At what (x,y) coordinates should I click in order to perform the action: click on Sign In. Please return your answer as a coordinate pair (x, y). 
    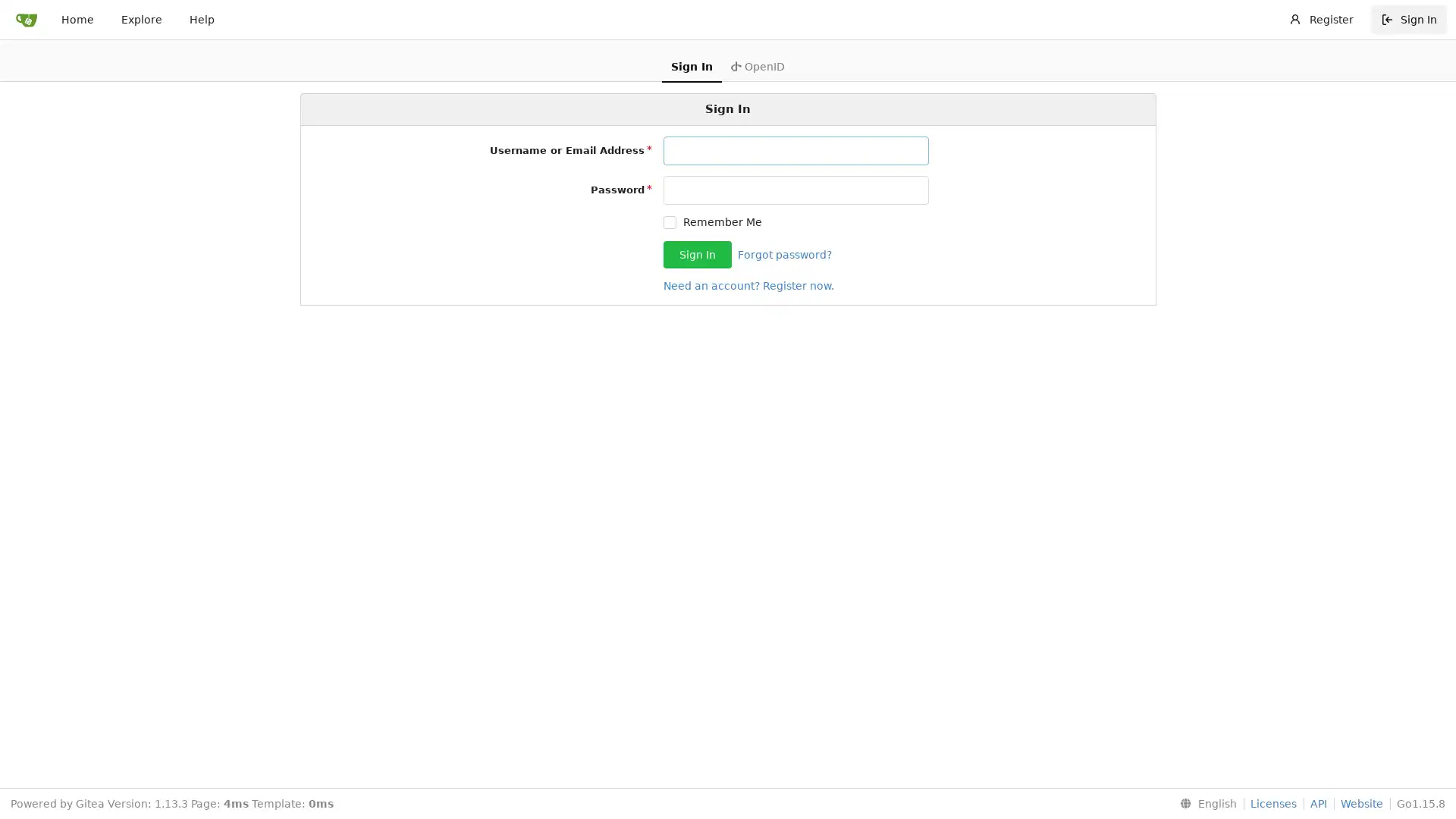
    Looking at the image, I should click on (697, 253).